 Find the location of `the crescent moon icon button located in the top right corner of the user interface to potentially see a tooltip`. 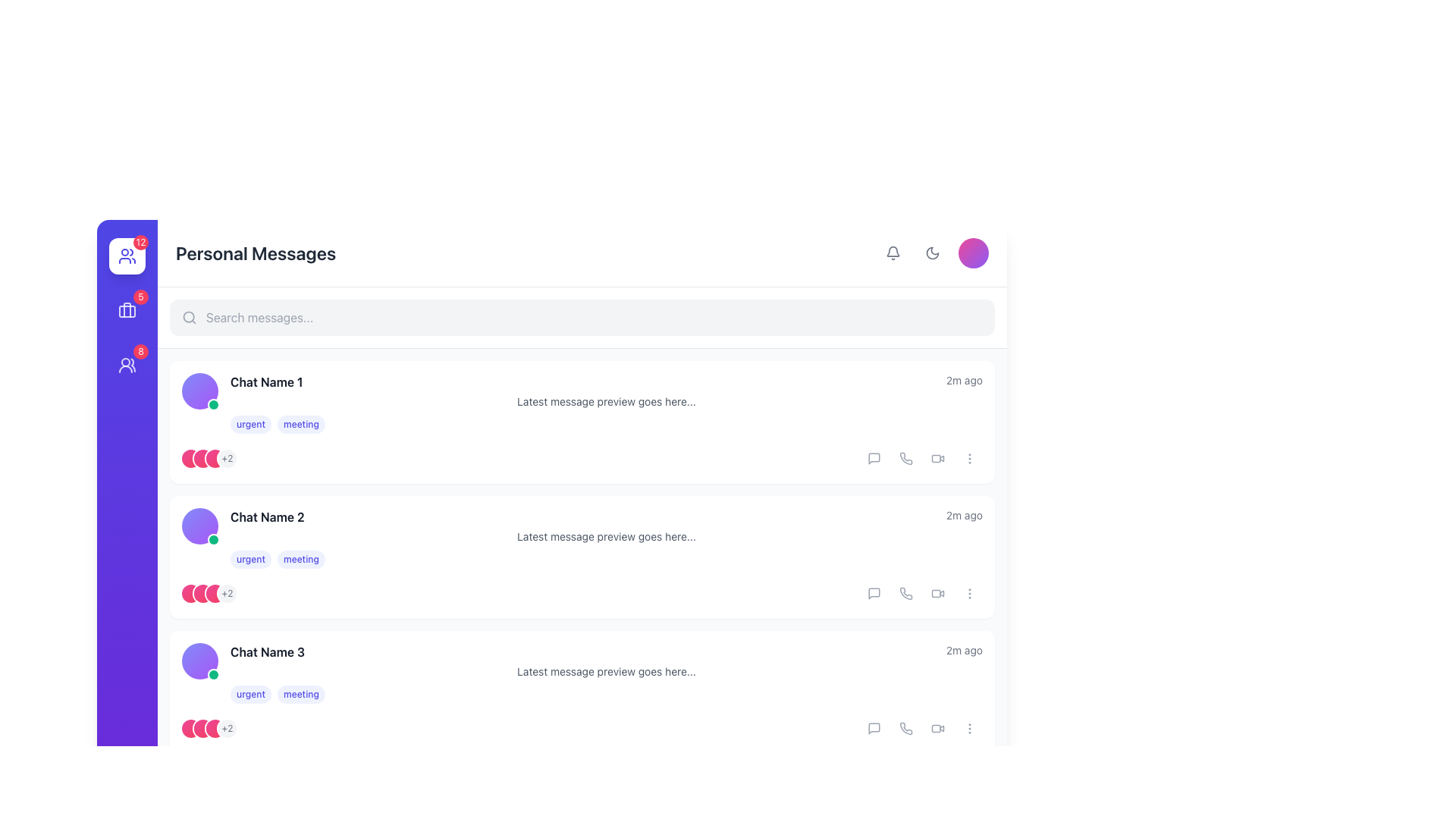

the crescent moon icon button located in the top right corner of the user interface to potentially see a tooltip is located at coordinates (934, 253).